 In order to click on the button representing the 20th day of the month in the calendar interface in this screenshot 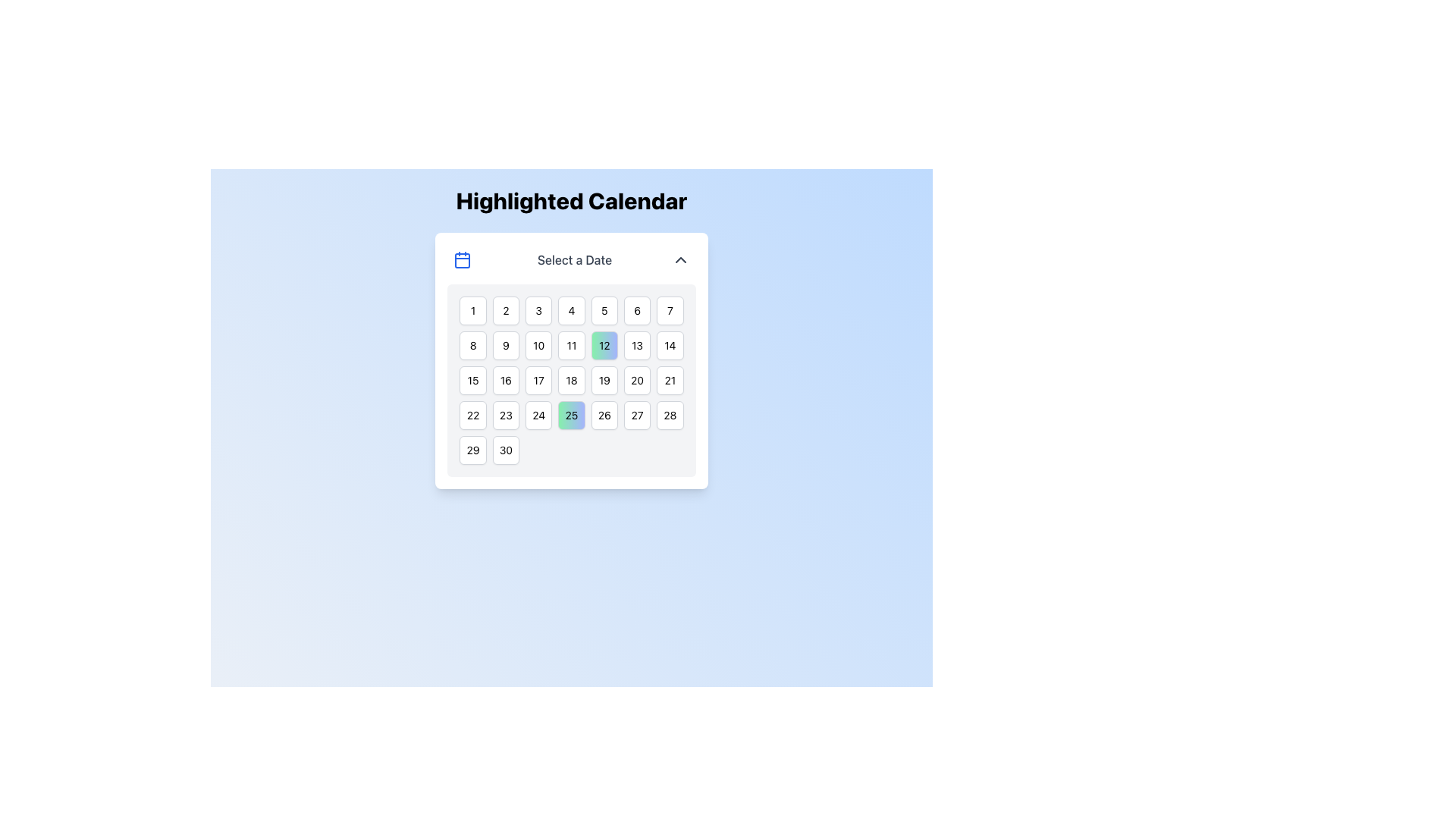, I will do `click(637, 379)`.